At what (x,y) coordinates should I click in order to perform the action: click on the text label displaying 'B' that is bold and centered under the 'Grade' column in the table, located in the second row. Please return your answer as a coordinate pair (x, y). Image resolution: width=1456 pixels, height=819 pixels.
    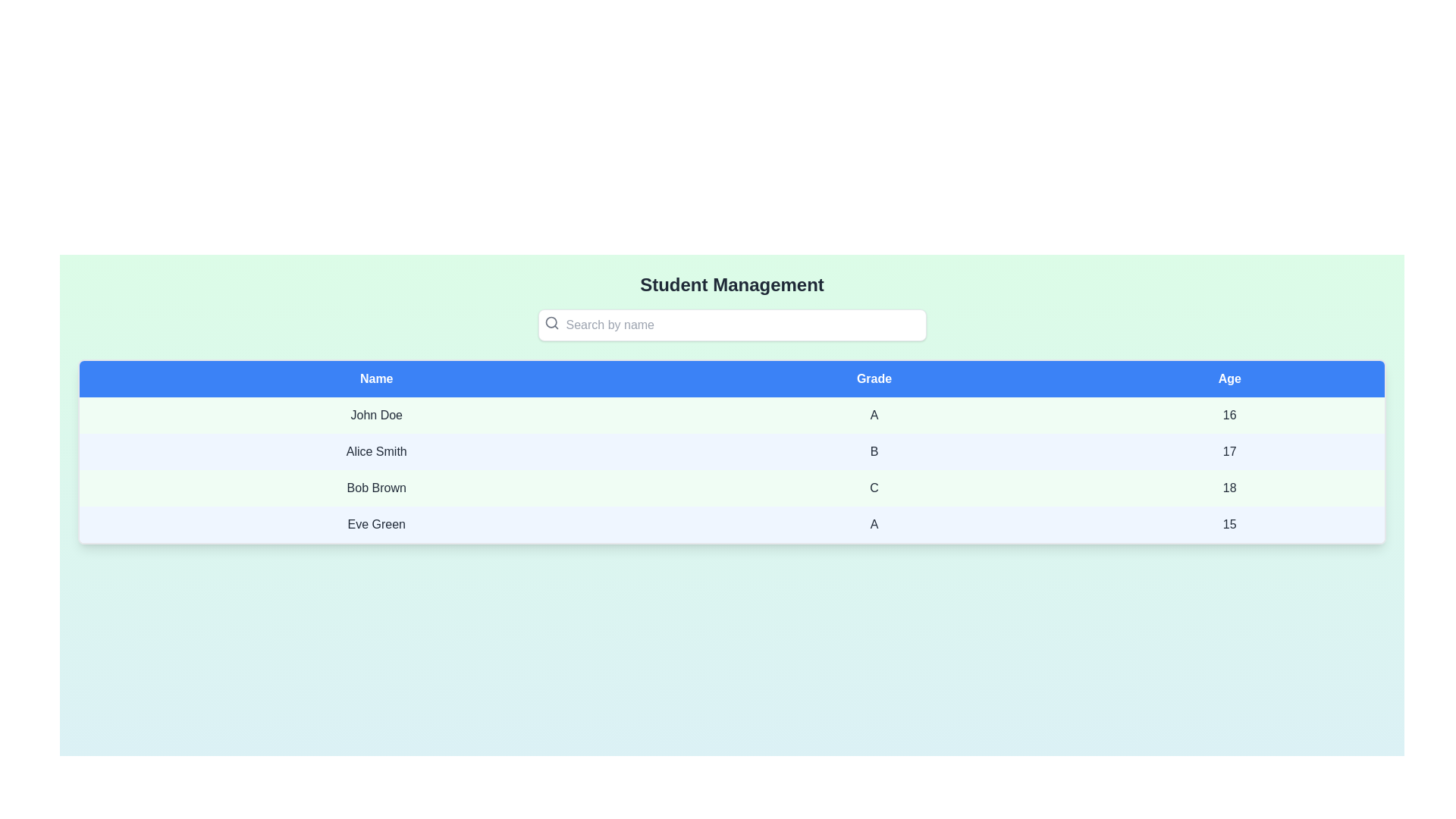
    Looking at the image, I should click on (874, 451).